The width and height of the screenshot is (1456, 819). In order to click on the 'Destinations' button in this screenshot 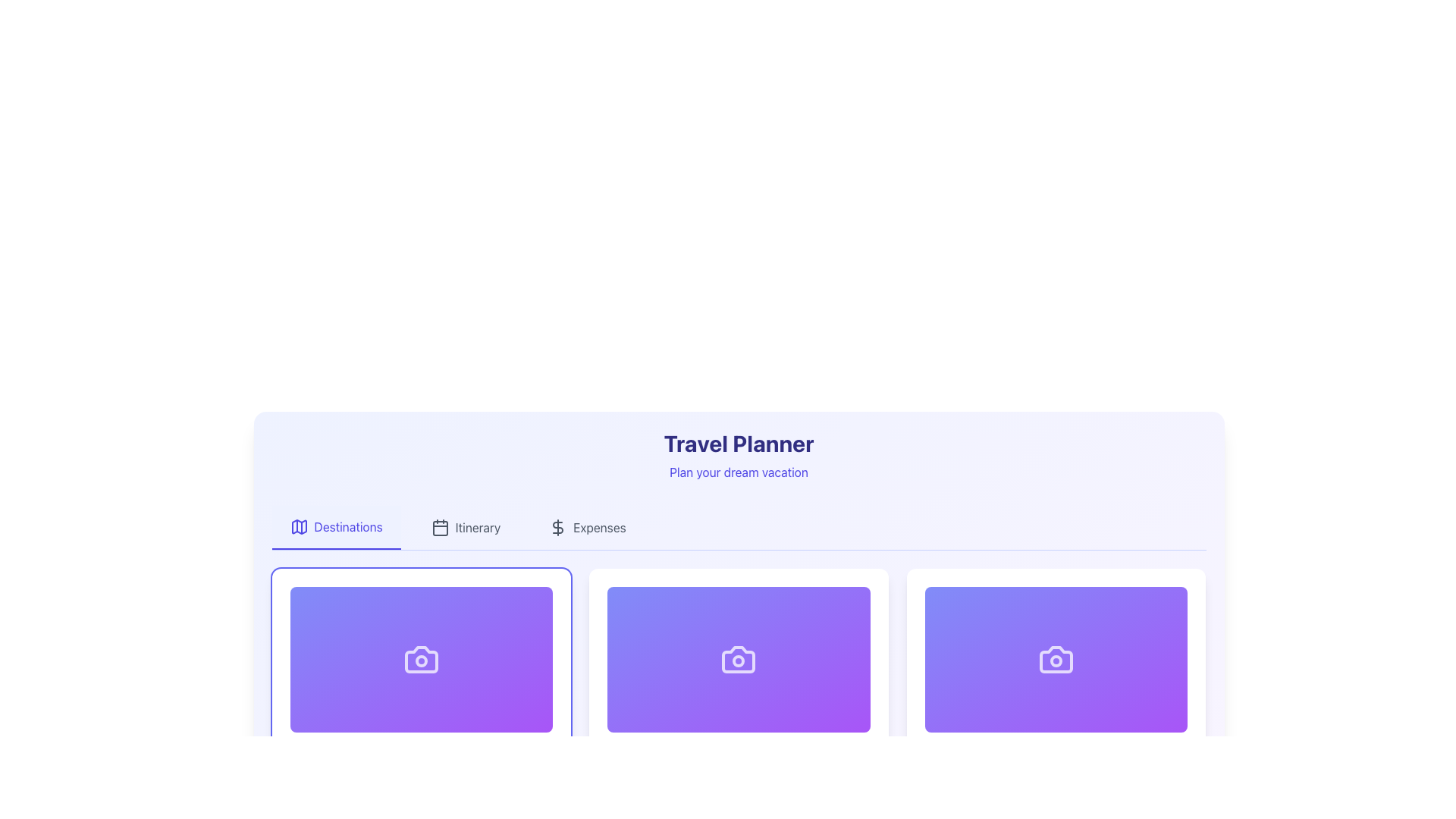, I will do `click(335, 526)`.